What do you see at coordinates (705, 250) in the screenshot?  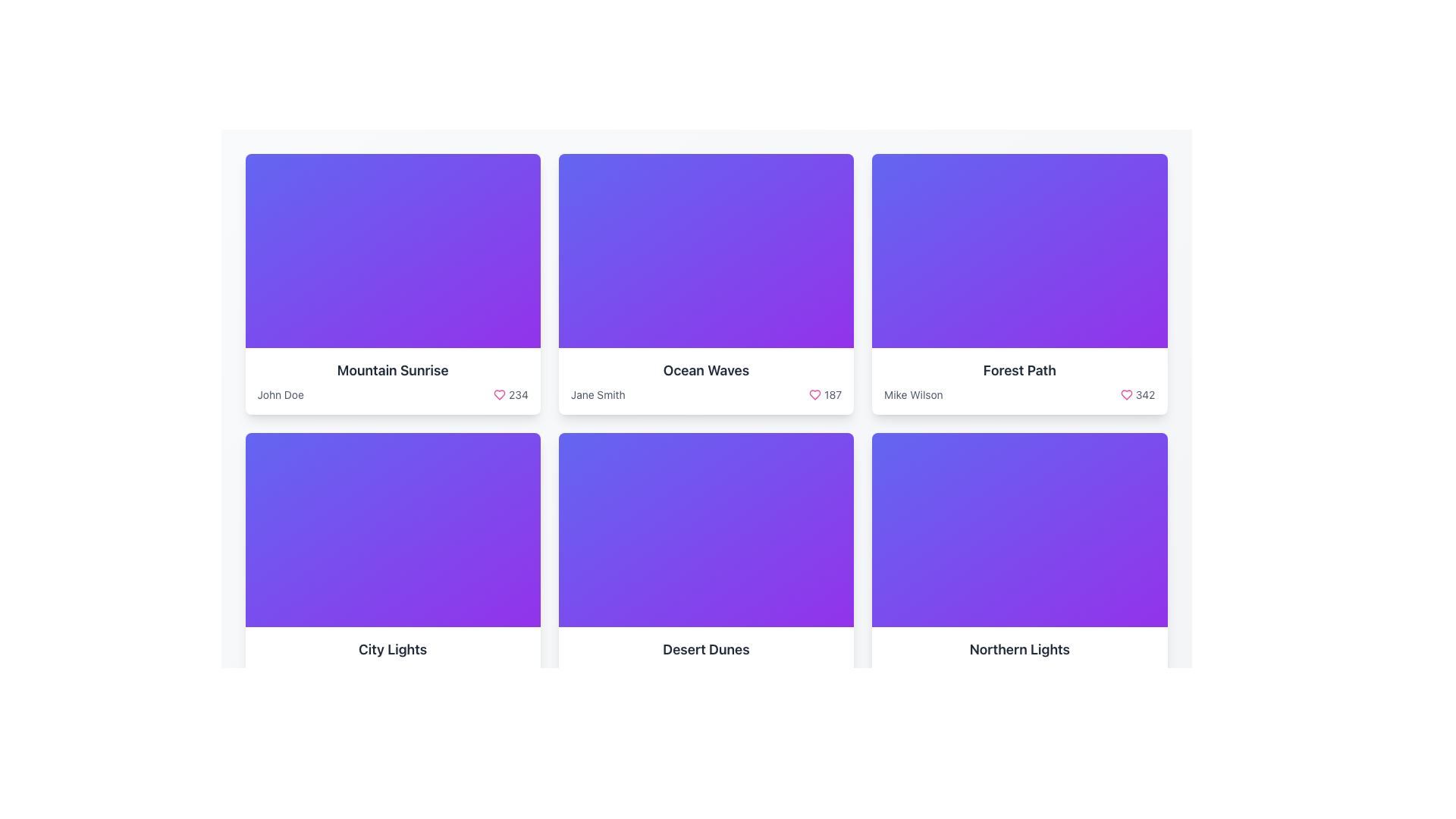 I see `the visual placeholder element with a gradient background in the 'Ocean Waves' card, which has rounded corners and occupies most of the card space` at bounding box center [705, 250].